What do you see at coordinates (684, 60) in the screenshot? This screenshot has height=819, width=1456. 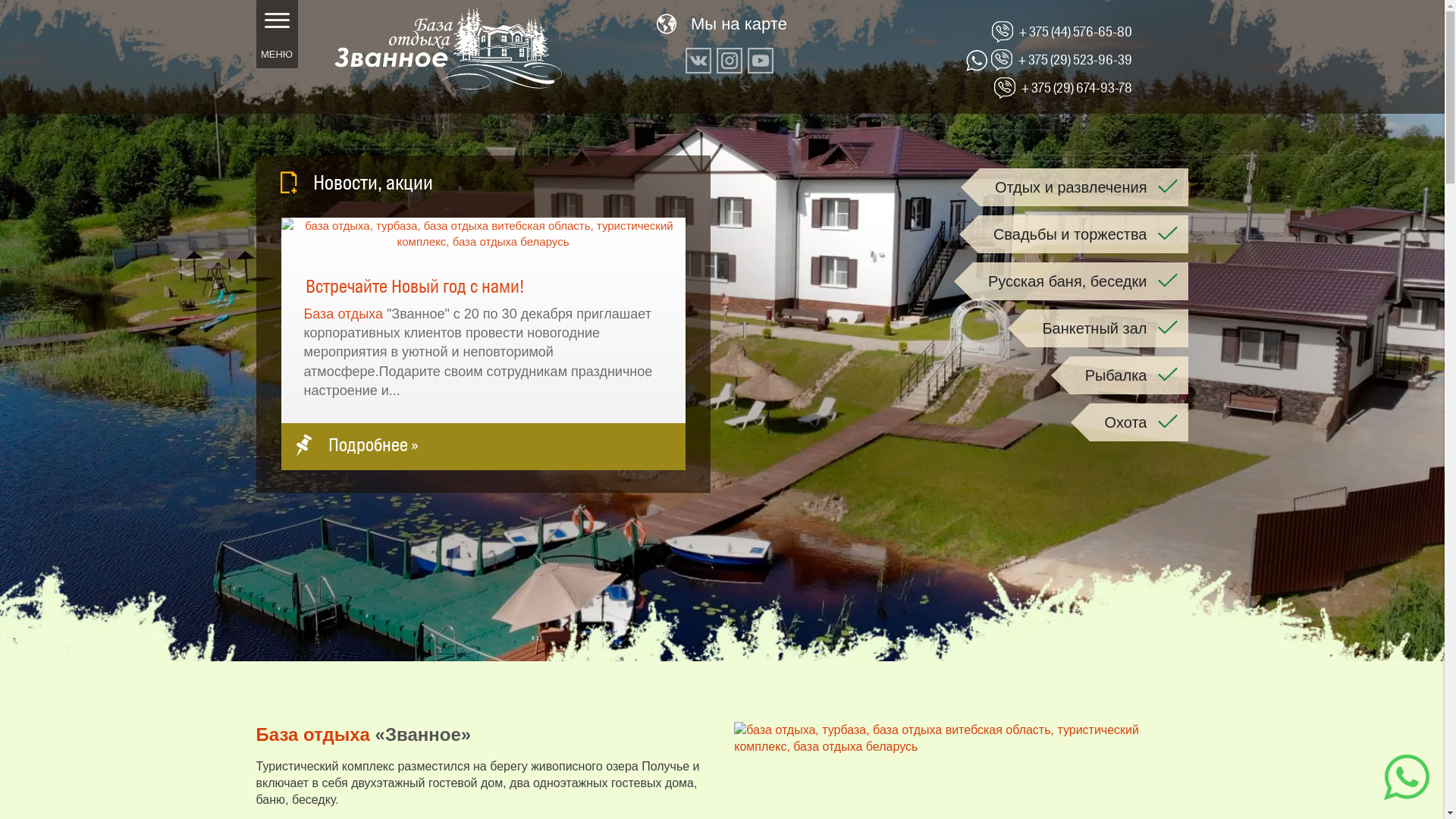 I see `'Vkontakte'` at bounding box center [684, 60].